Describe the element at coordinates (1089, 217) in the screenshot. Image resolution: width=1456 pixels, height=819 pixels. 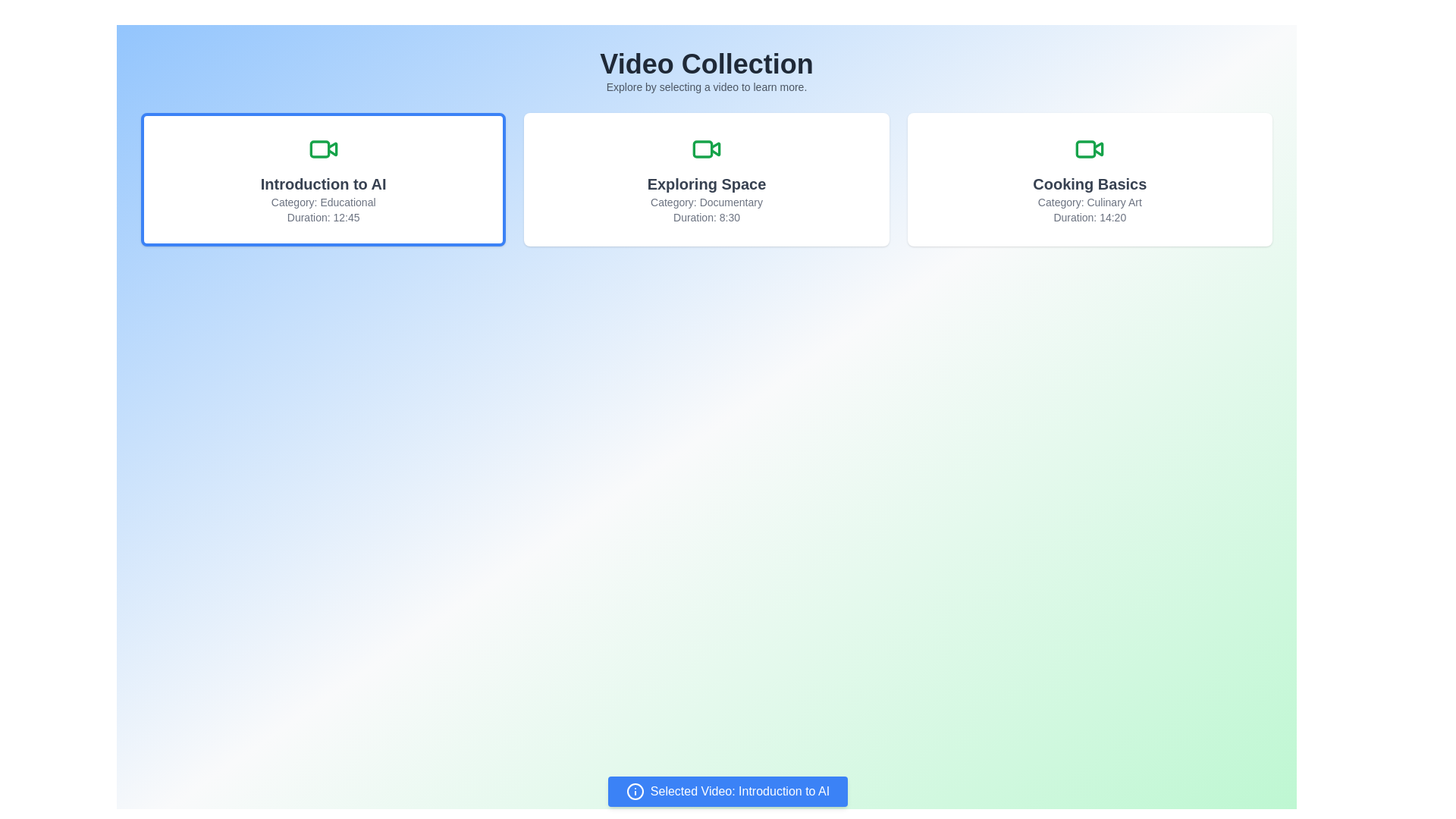
I see `the Text label that displays the duration of the video titled 'Cooking Basics', located at the bottom-right corner of the 'Cooking Basics' card` at that location.